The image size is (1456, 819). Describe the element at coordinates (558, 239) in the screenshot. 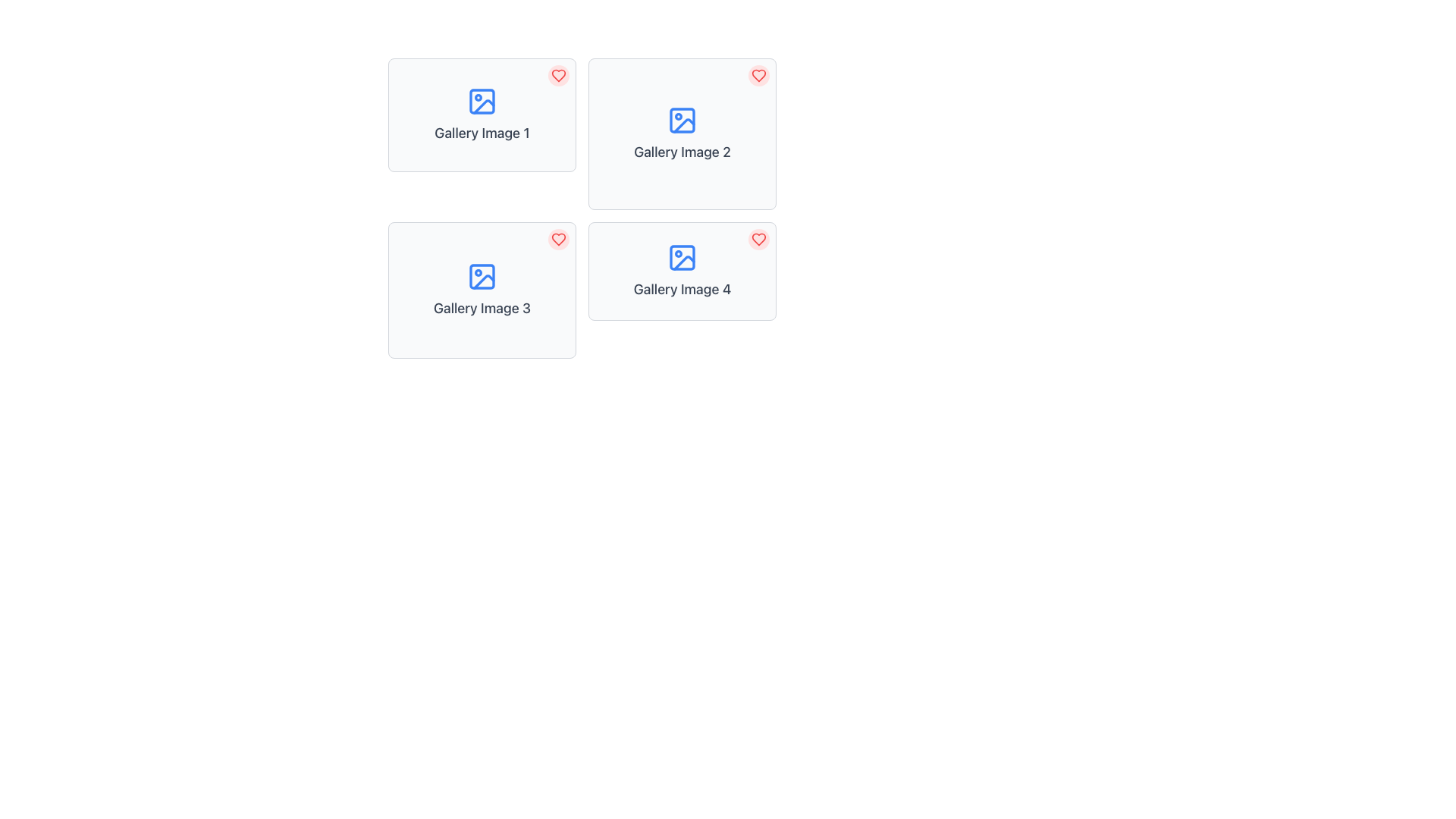

I see `the heart-shaped favorite icon located at the top-right corner of 'Gallery Image 3'` at that location.